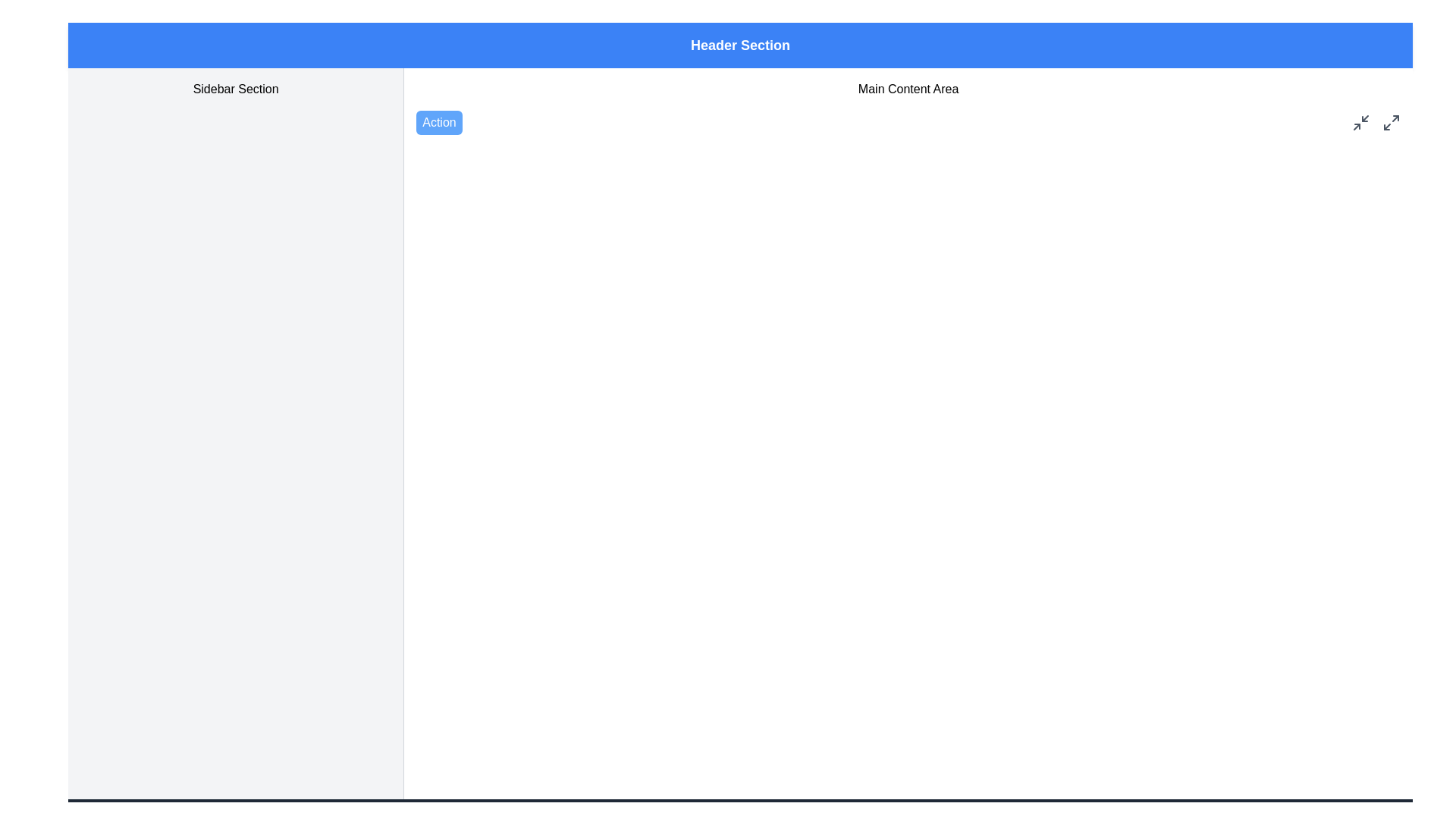 This screenshot has height=819, width=1456. What do you see at coordinates (740, 45) in the screenshot?
I see `the header Text Label located at the top of the layout, which spans the full width of the viewport` at bounding box center [740, 45].